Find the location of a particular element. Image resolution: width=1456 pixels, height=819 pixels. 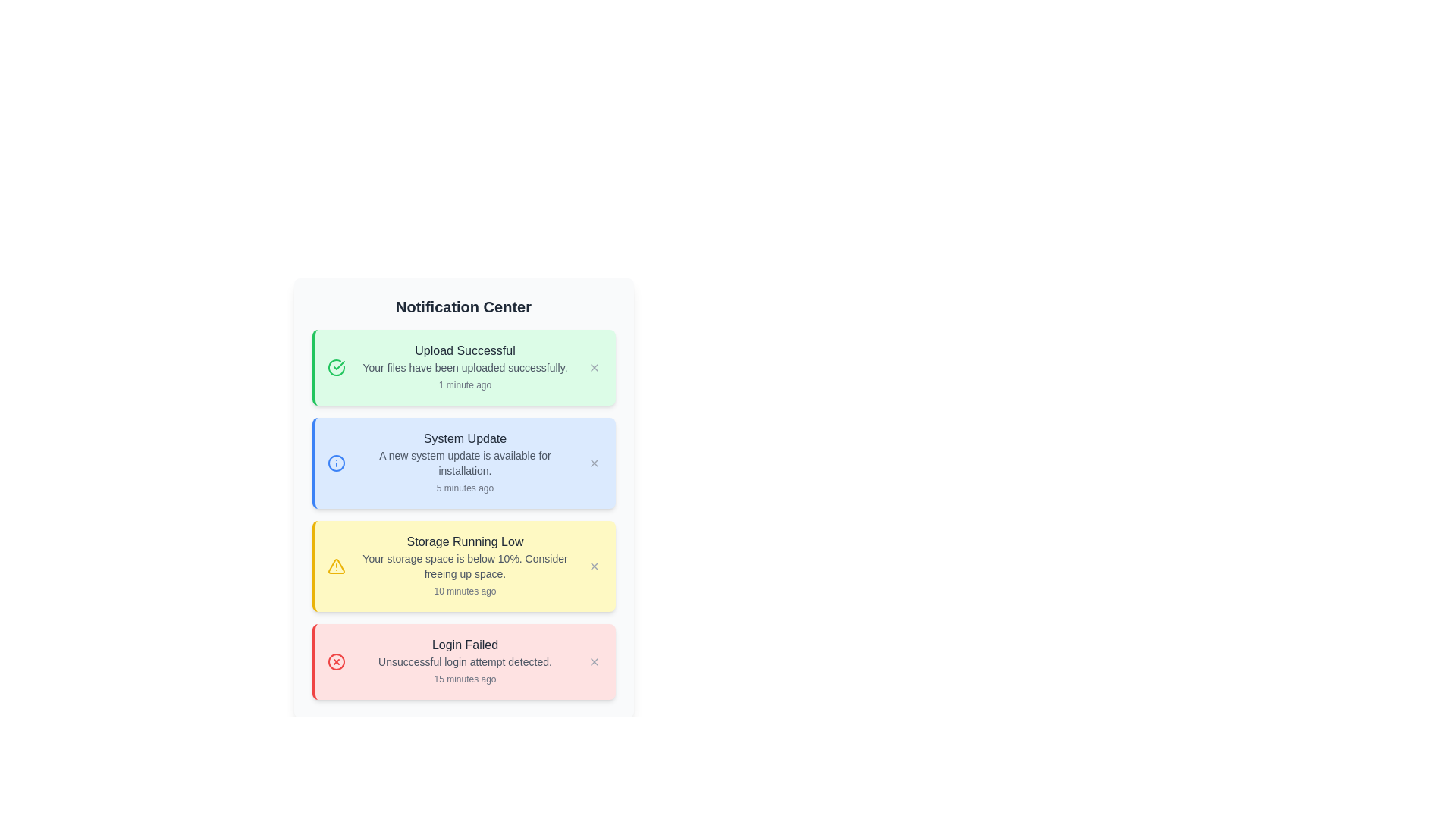

the timestamp text label located at the bottom-right corner of the first notification card beneath the descriptive text 'Your files have been uploaded successfully.' to include it in a timestamp-related functionality is located at coordinates (464, 384).